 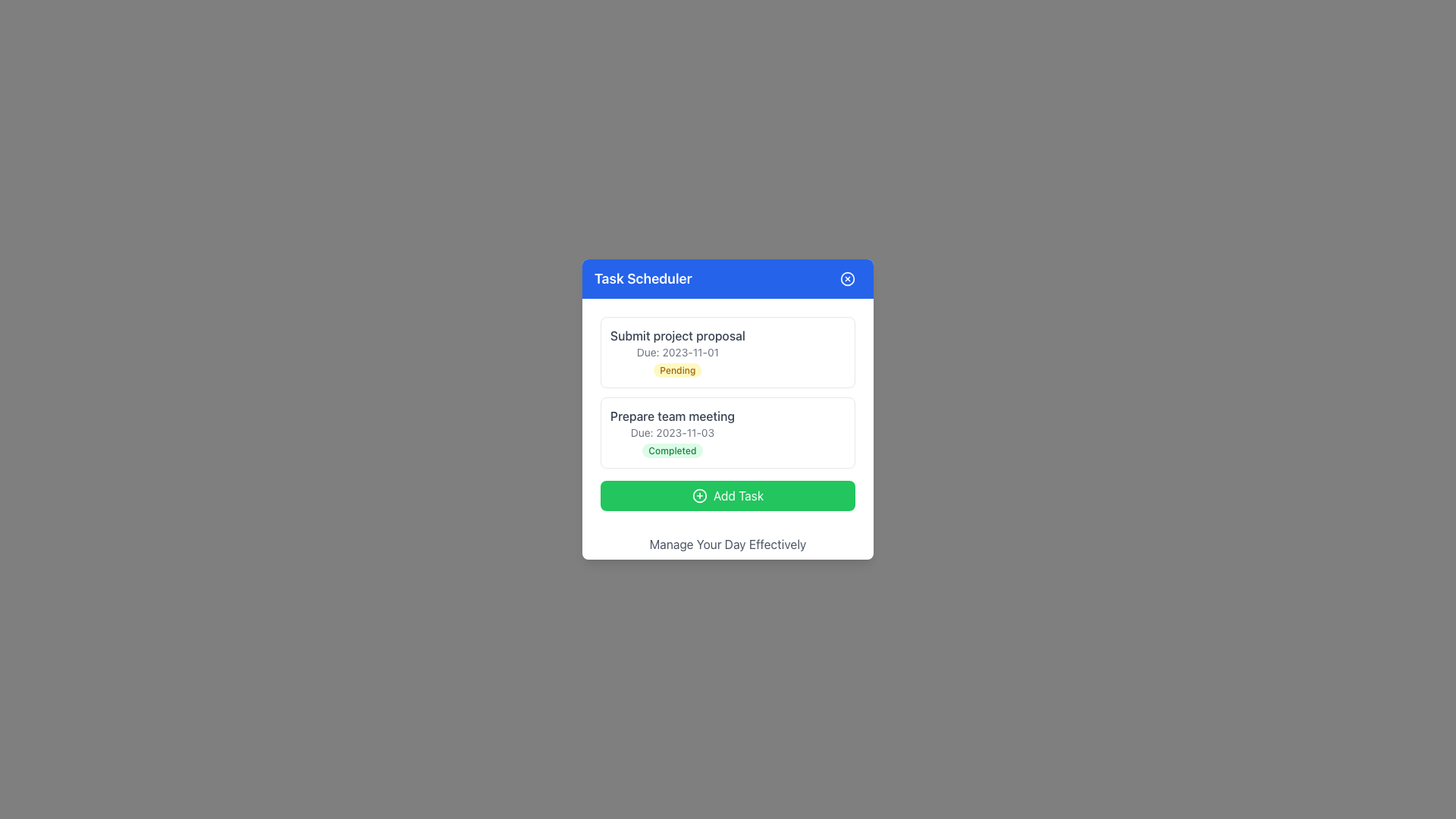 I want to click on the circular close button with a cross icon located at the top-right corner of the 'Task Scheduler' header, so click(x=847, y=278).